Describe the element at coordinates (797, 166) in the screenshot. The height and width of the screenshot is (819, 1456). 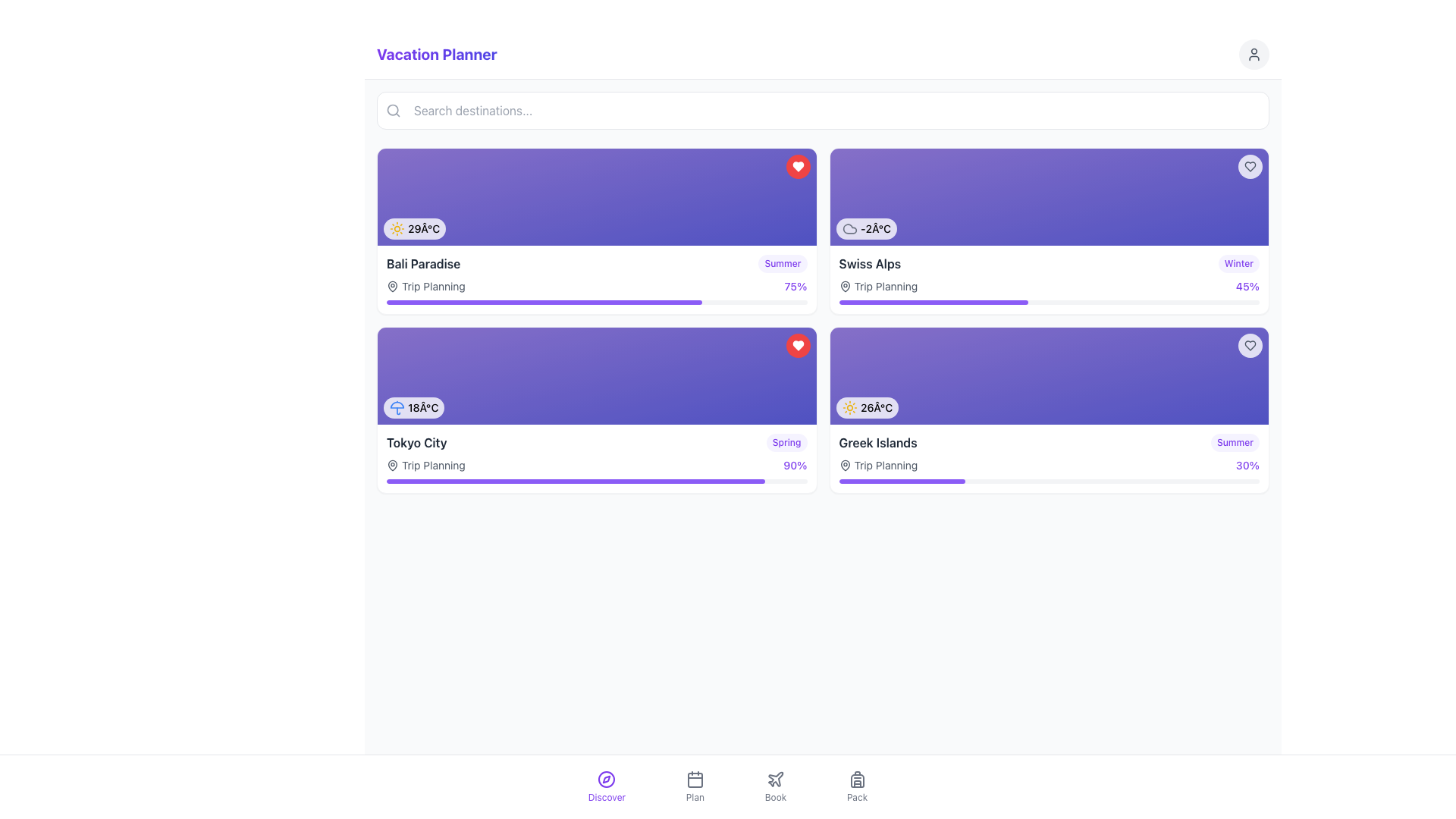
I see `the circular button with a red background and white heart icon located at the top-right corner of the 'Bali Paradise' card` at that location.